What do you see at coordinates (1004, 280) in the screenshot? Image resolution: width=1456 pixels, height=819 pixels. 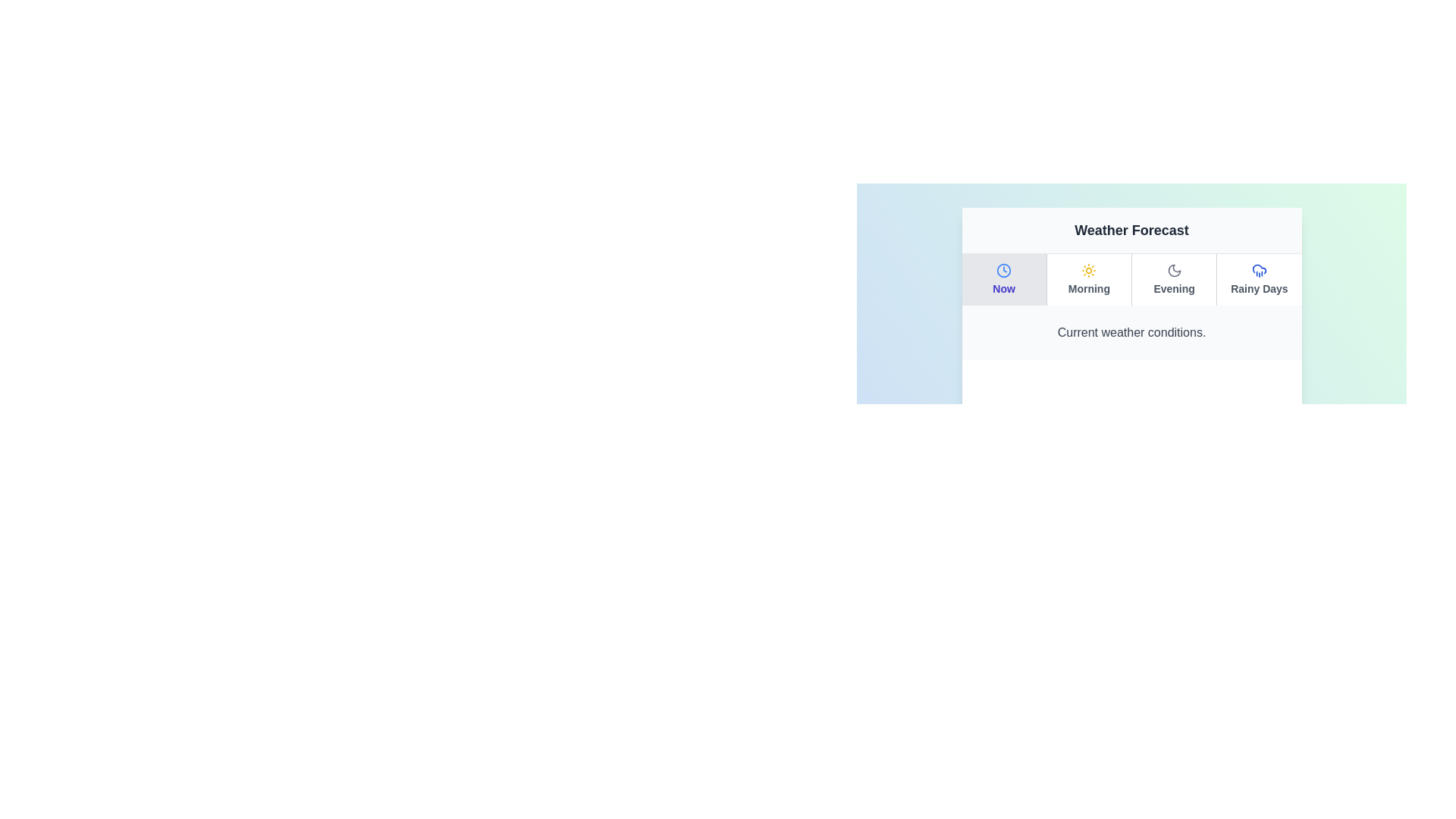 I see `the button labeled 'Now', which is a rectangular button with a light gray background and an indigo-colored bold text` at bounding box center [1004, 280].